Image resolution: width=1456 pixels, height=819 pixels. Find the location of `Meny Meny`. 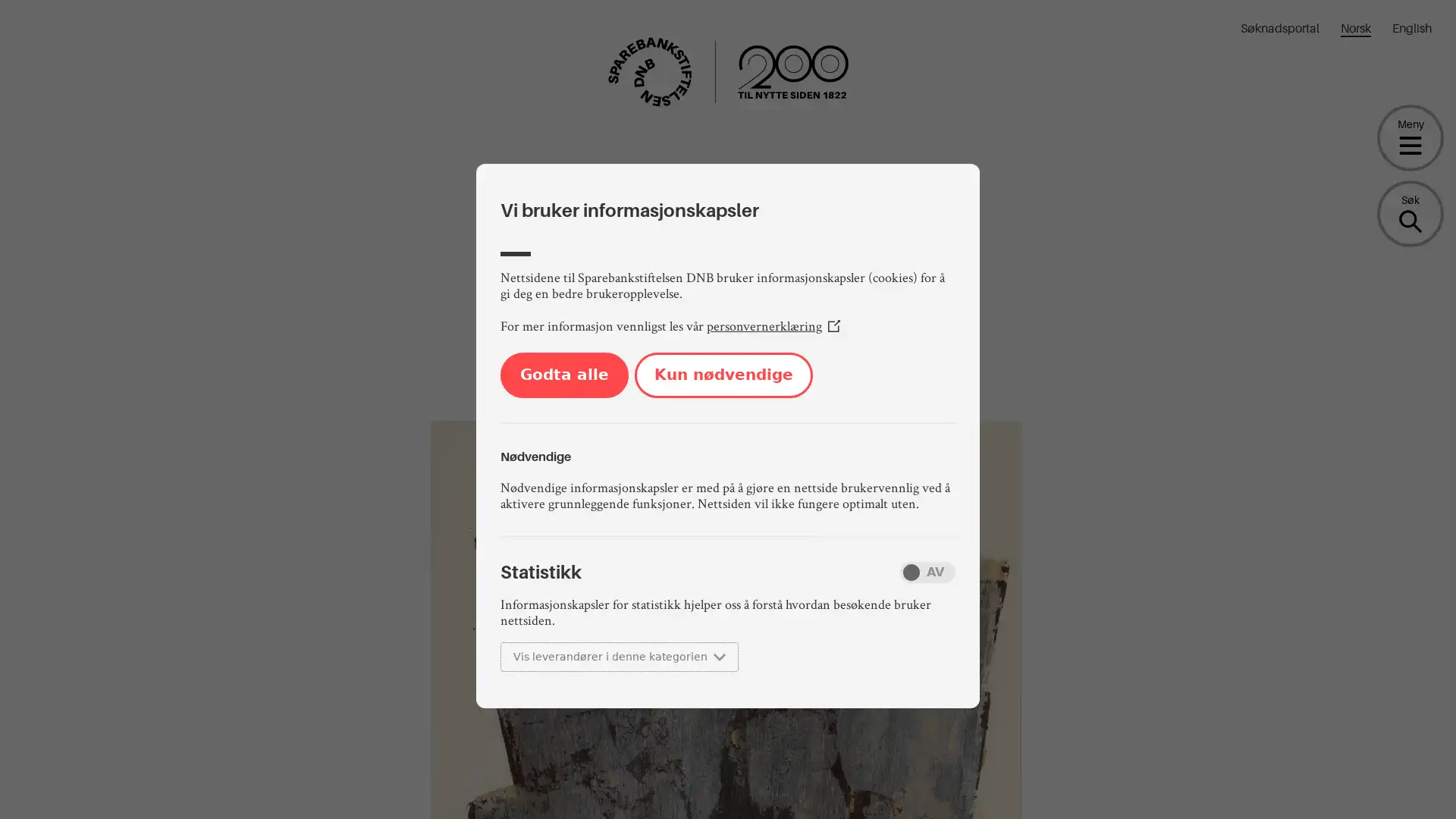

Meny Meny is located at coordinates (1410, 137).